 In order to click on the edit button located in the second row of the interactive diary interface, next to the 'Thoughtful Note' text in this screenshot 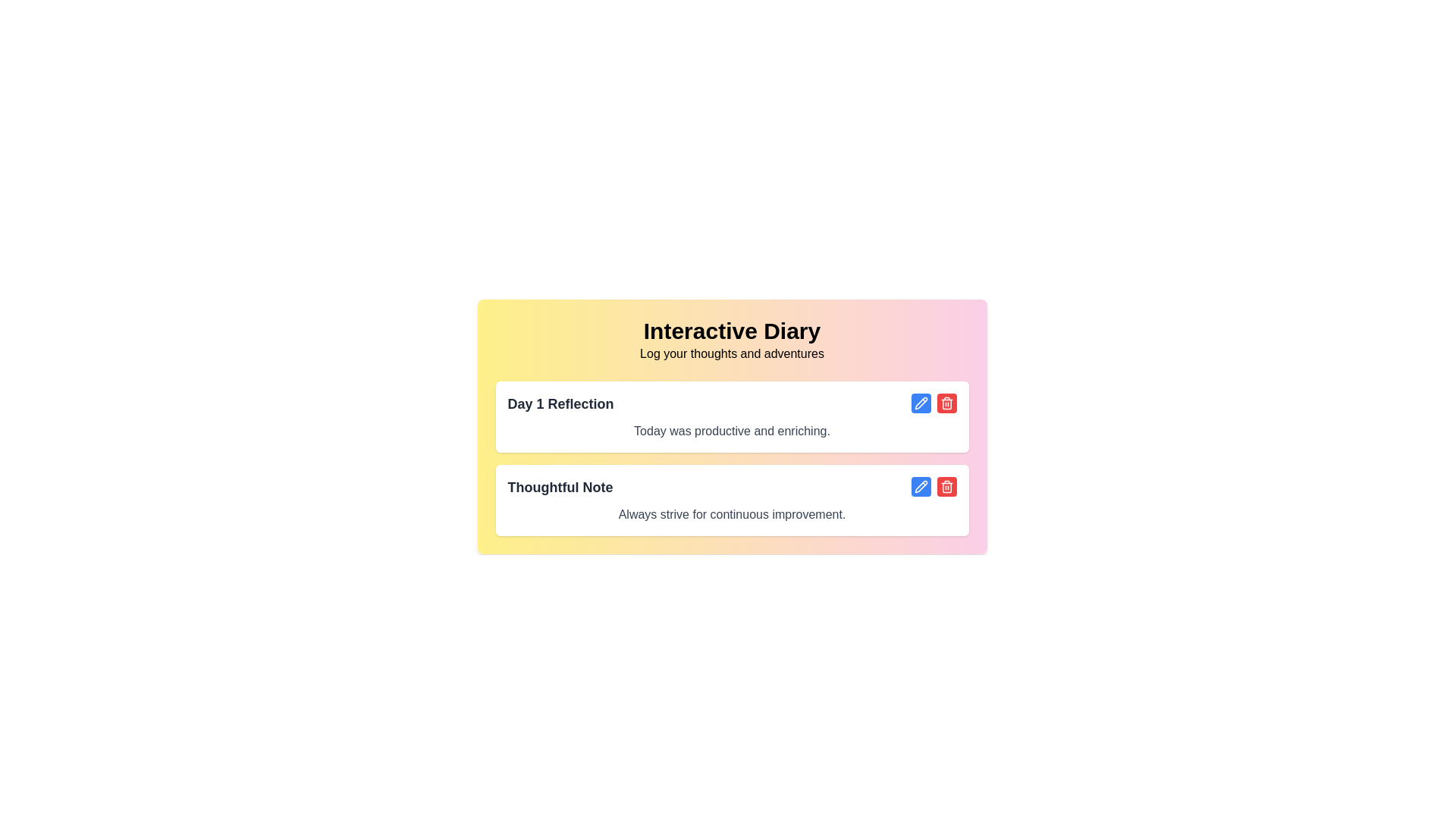, I will do `click(920, 403)`.